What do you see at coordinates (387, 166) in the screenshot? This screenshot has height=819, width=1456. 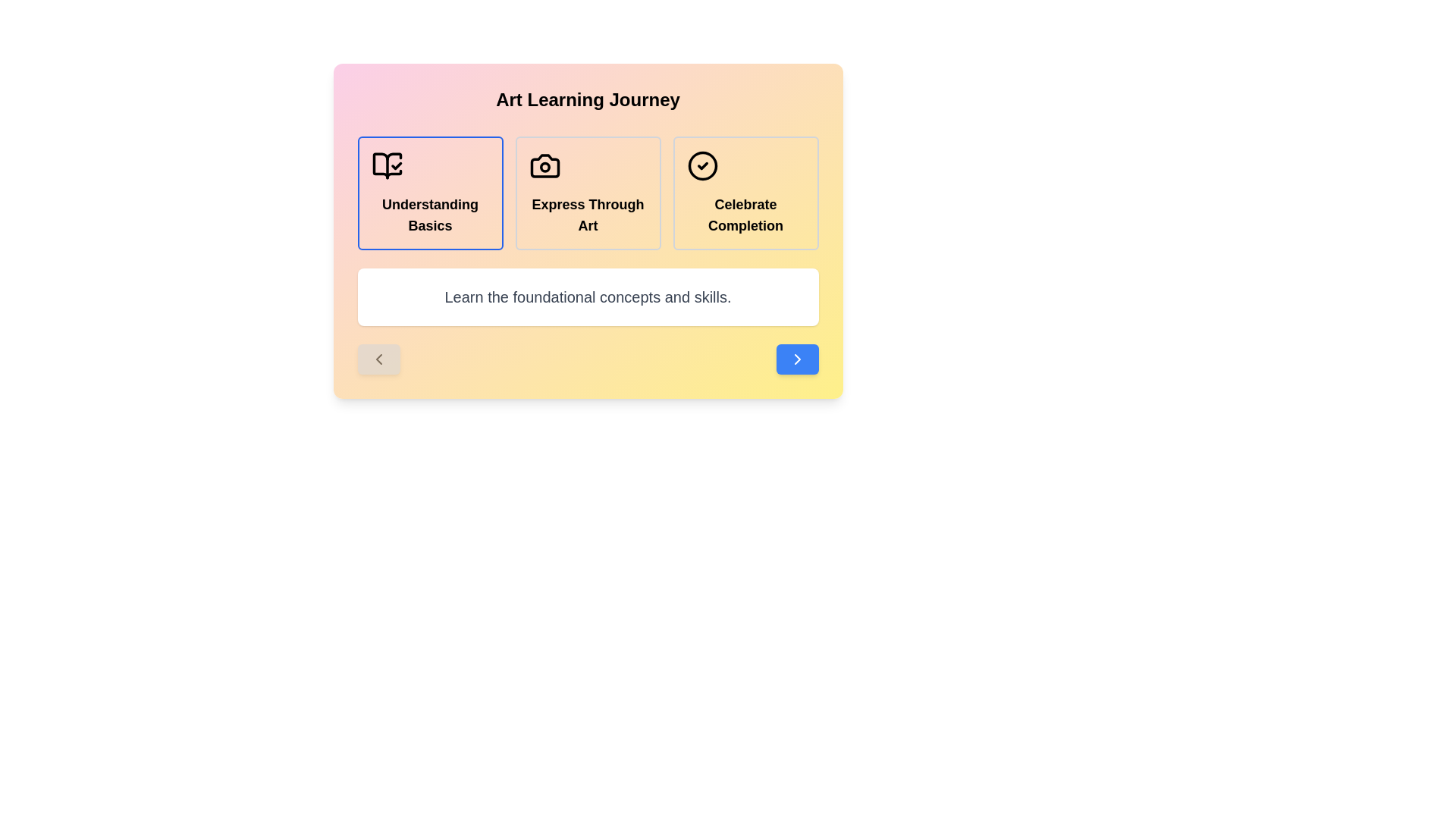 I see `the icon representing the phase Understanding Basics` at bounding box center [387, 166].